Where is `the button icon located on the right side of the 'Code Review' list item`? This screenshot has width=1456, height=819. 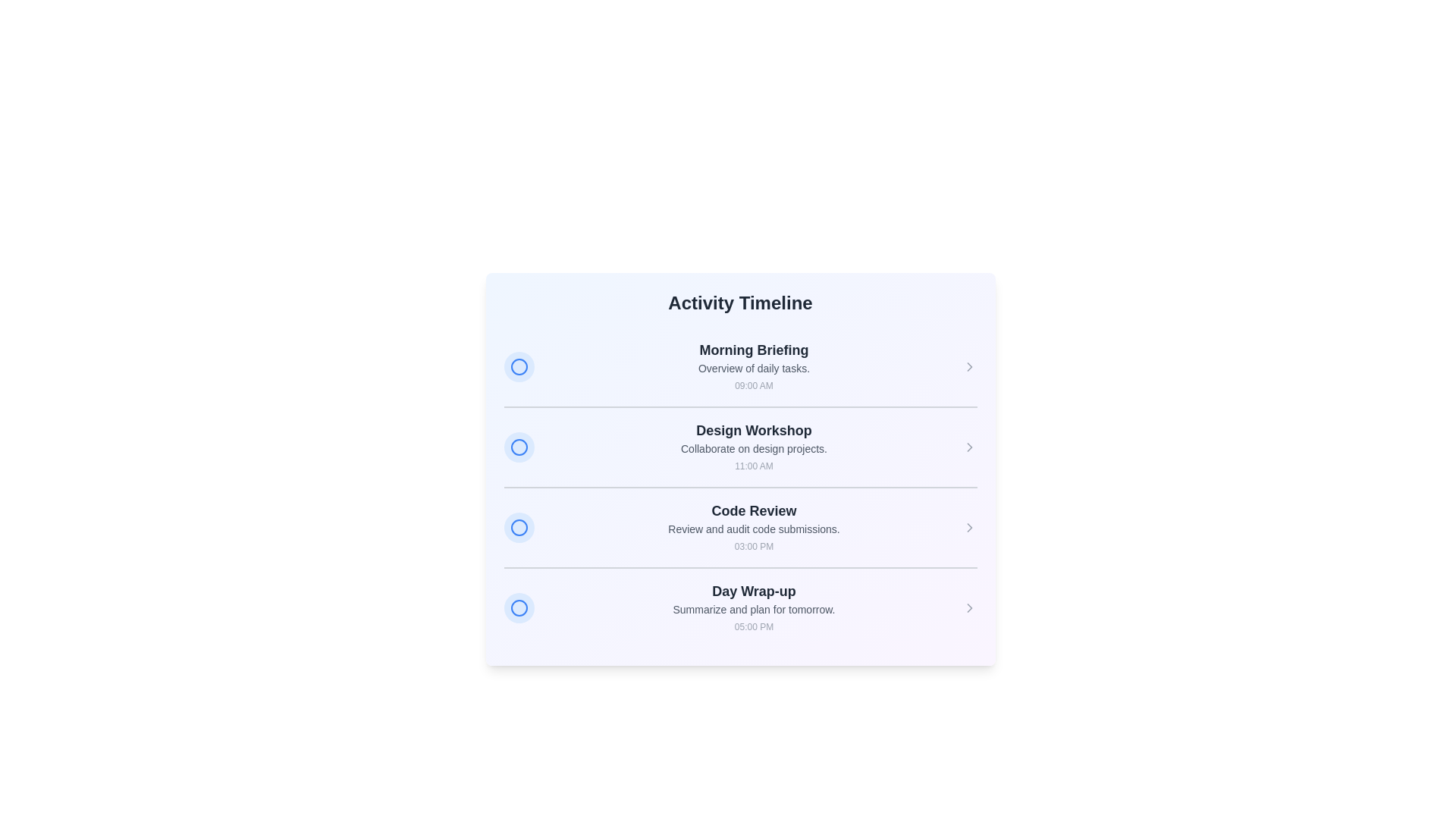 the button icon located on the right side of the 'Code Review' list item is located at coordinates (968, 526).